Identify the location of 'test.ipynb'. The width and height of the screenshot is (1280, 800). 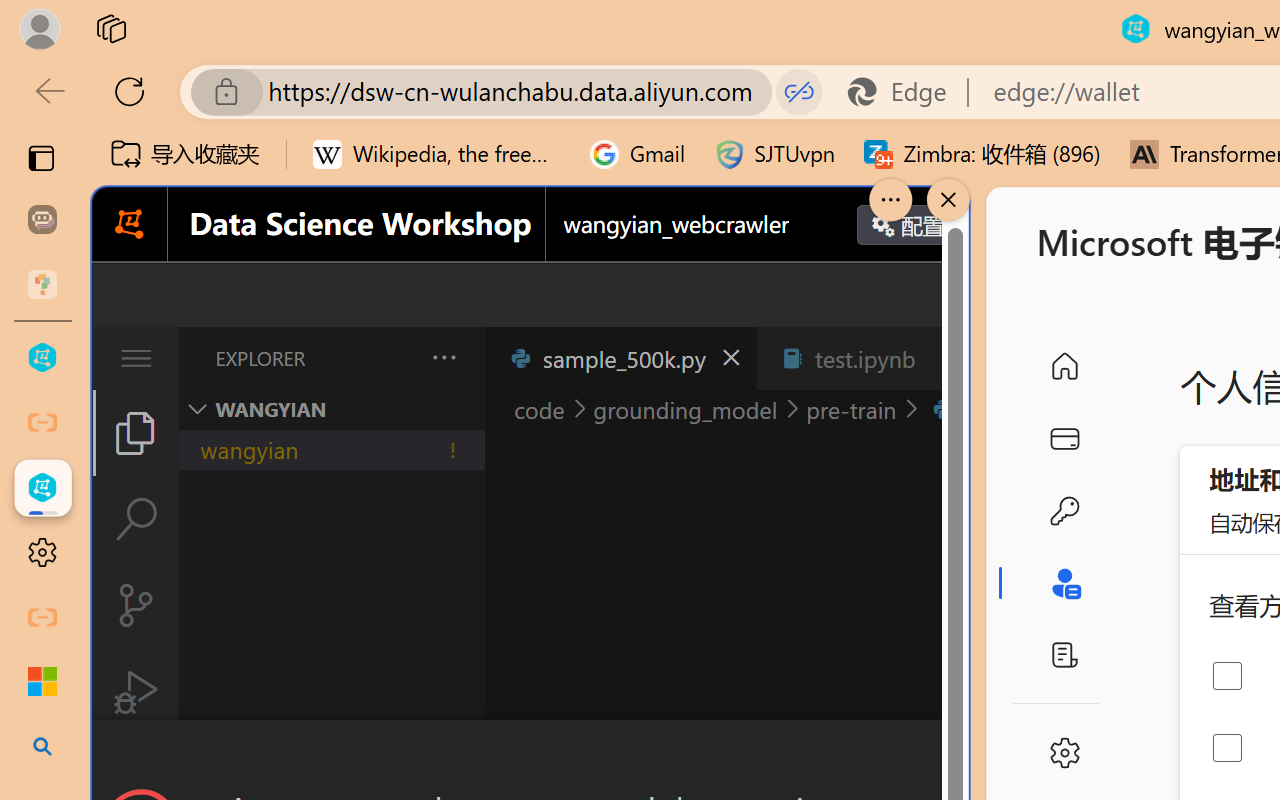
(864, 358).